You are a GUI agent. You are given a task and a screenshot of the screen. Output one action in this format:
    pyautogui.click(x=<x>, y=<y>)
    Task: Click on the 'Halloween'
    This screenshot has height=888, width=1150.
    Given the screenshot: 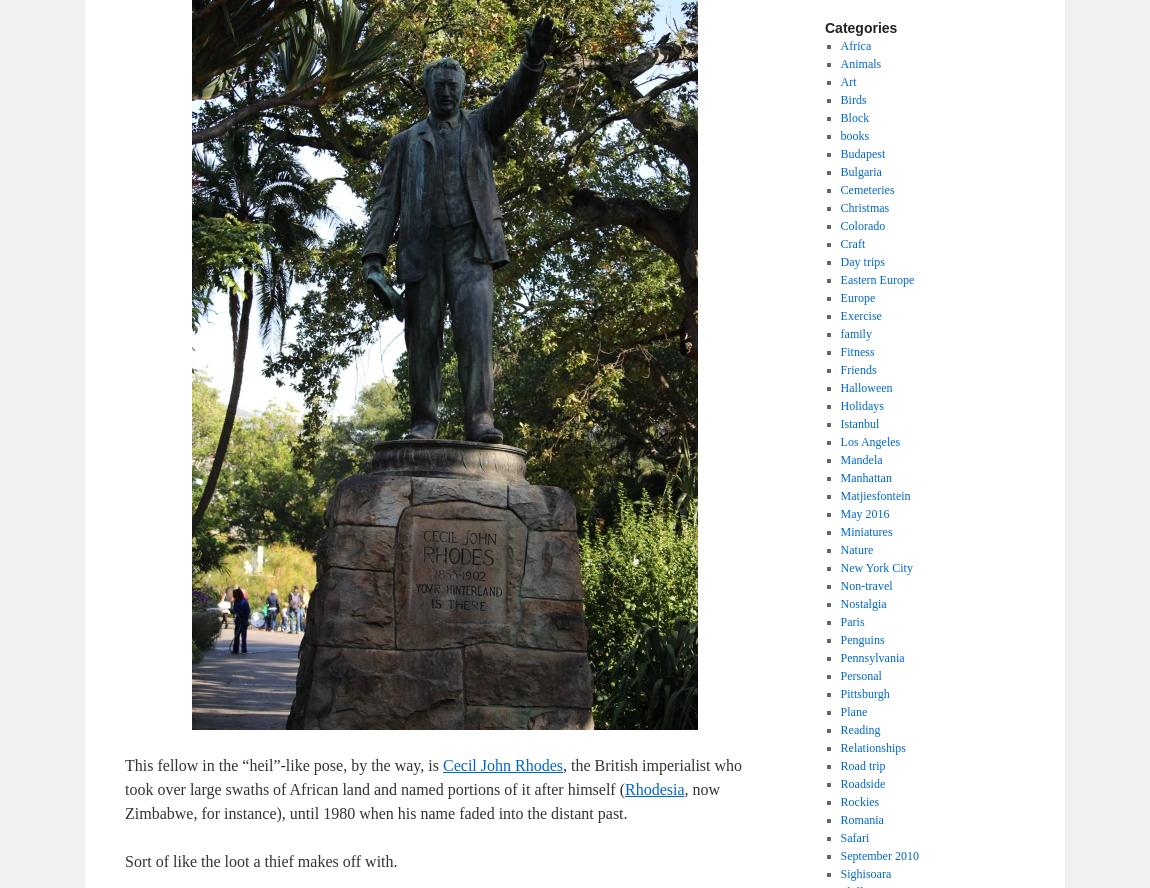 What is the action you would take?
    pyautogui.click(x=865, y=387)
    